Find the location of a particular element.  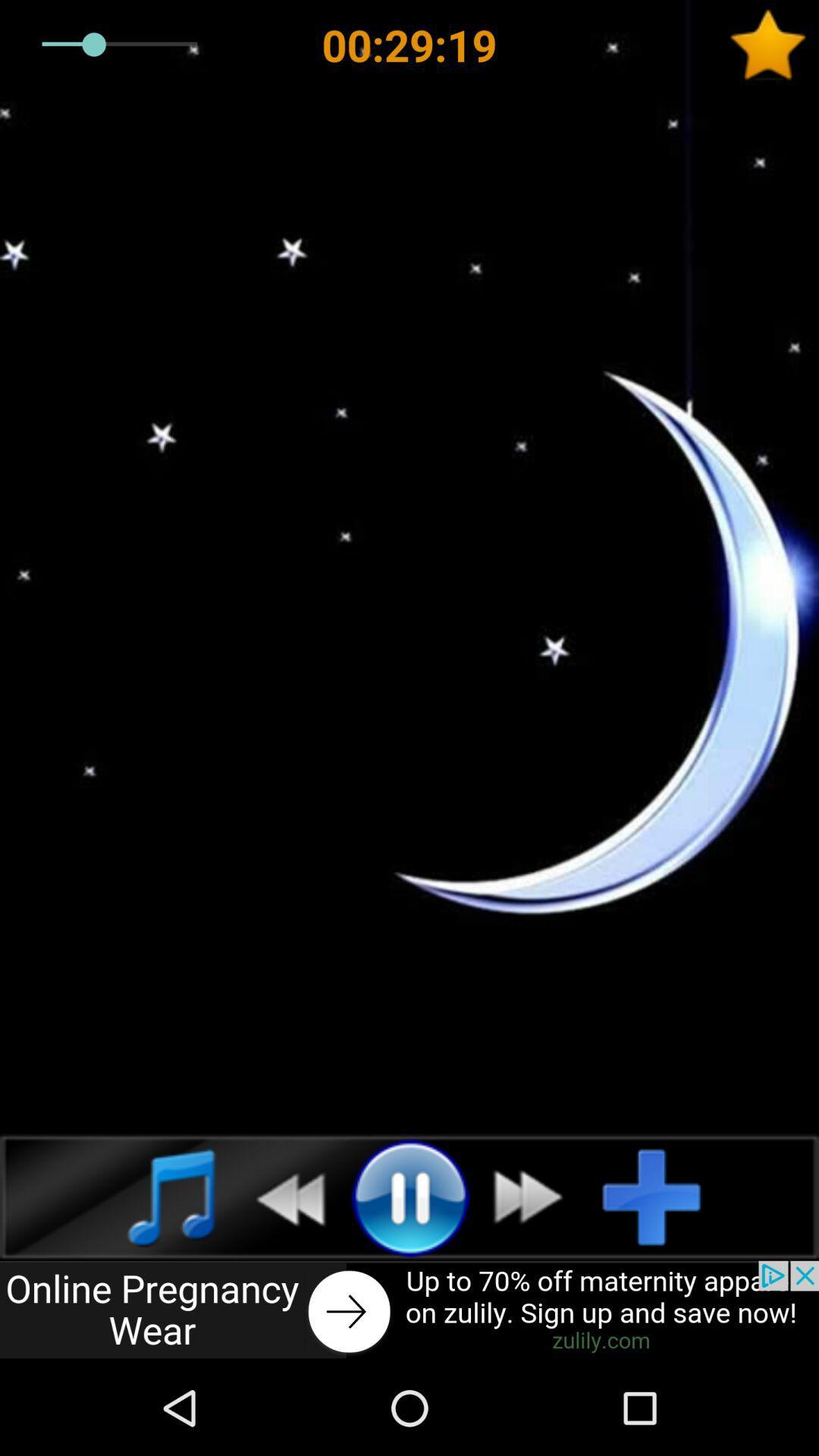

the music icon is located at coordinates (155, 1196).